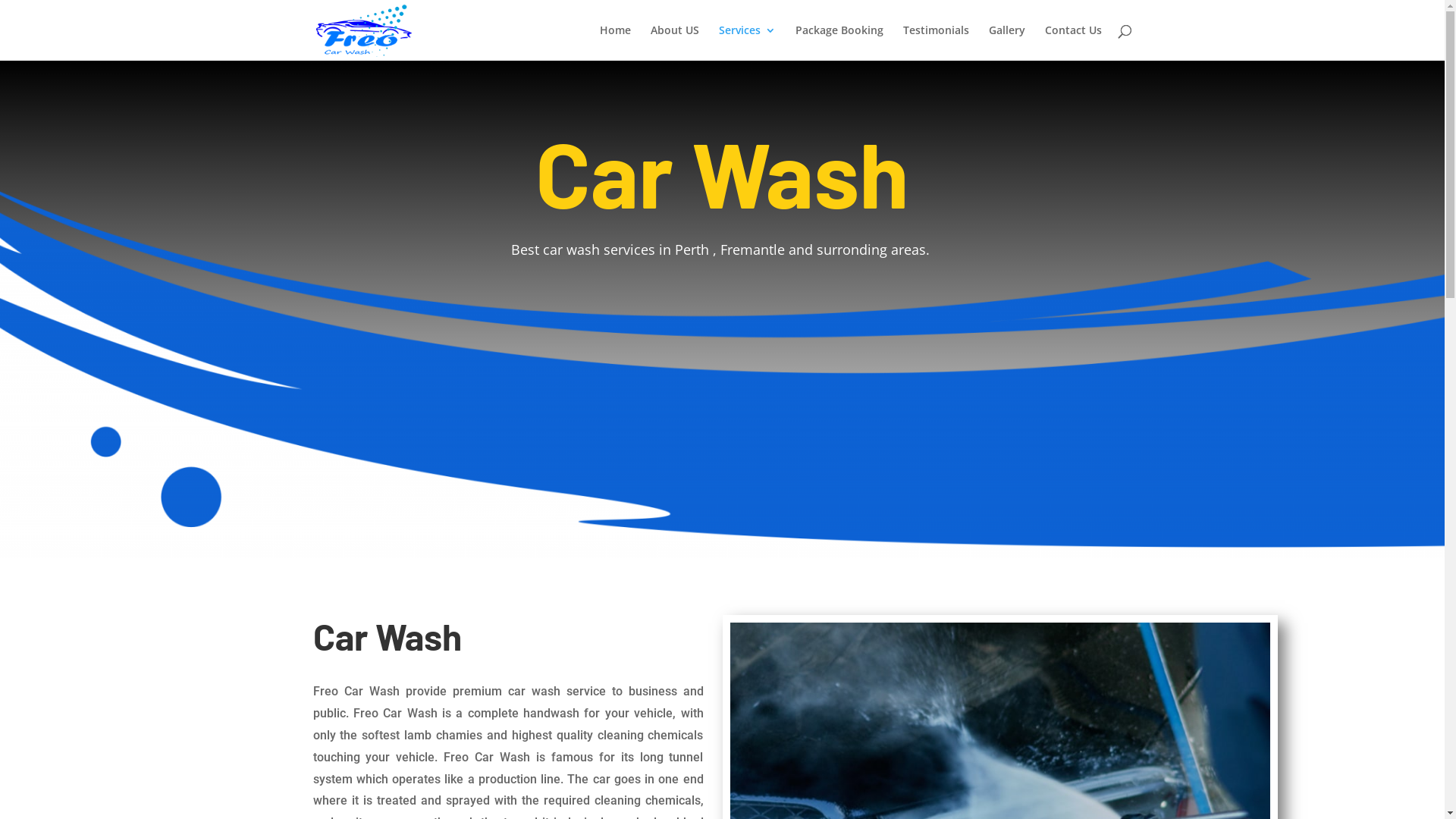 Image resolution: width=1456 pixels, height=819 pixels. I want to click on 'Services', so click(747, 42).